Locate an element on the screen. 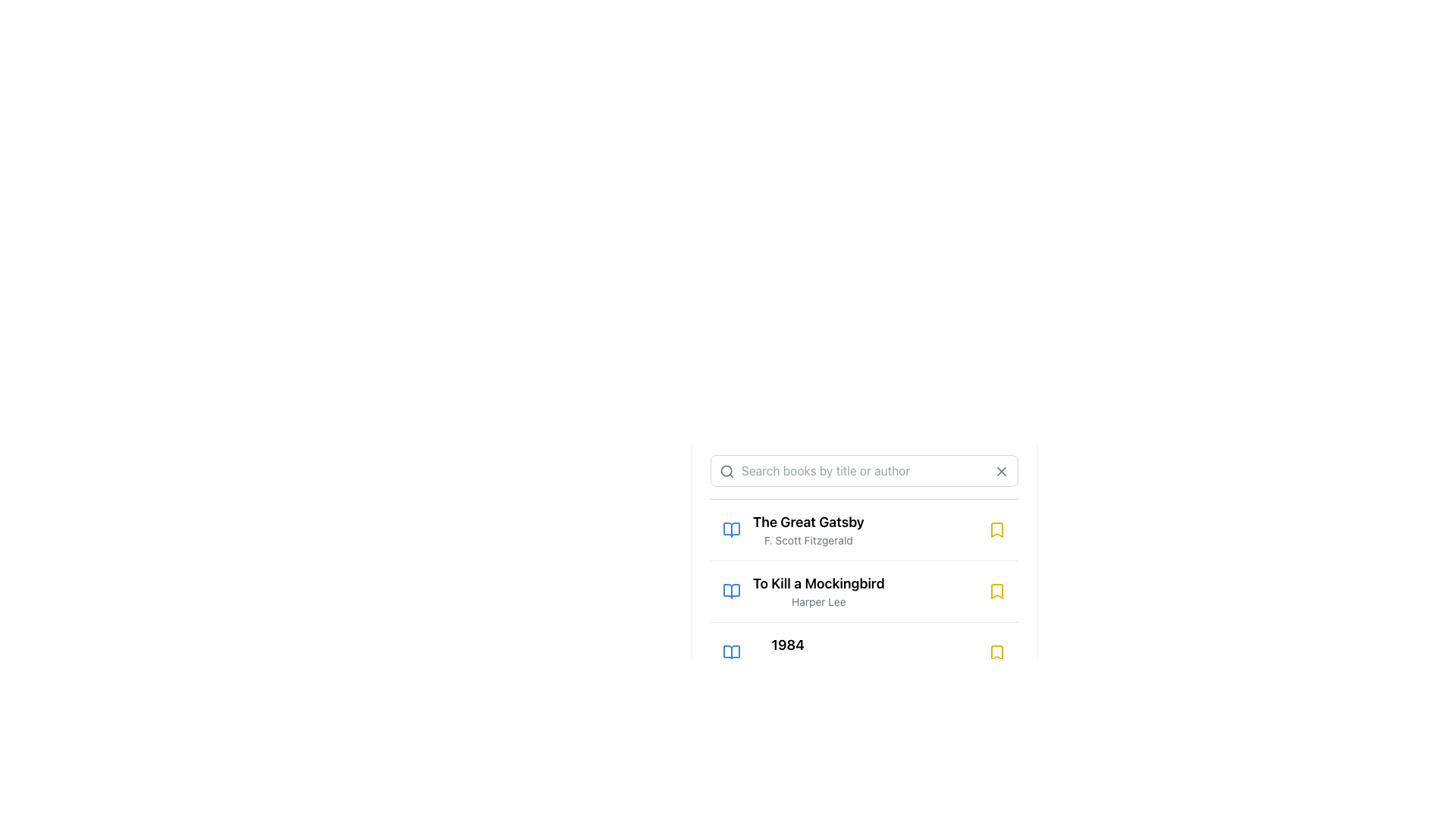 This screenshot has height=819, width=1456. the text label displaying the title '1984', which is located within the book titles section of the list, positioned centrally below 'To Kill a Mockingbird' is located at coordinates (788, 645).